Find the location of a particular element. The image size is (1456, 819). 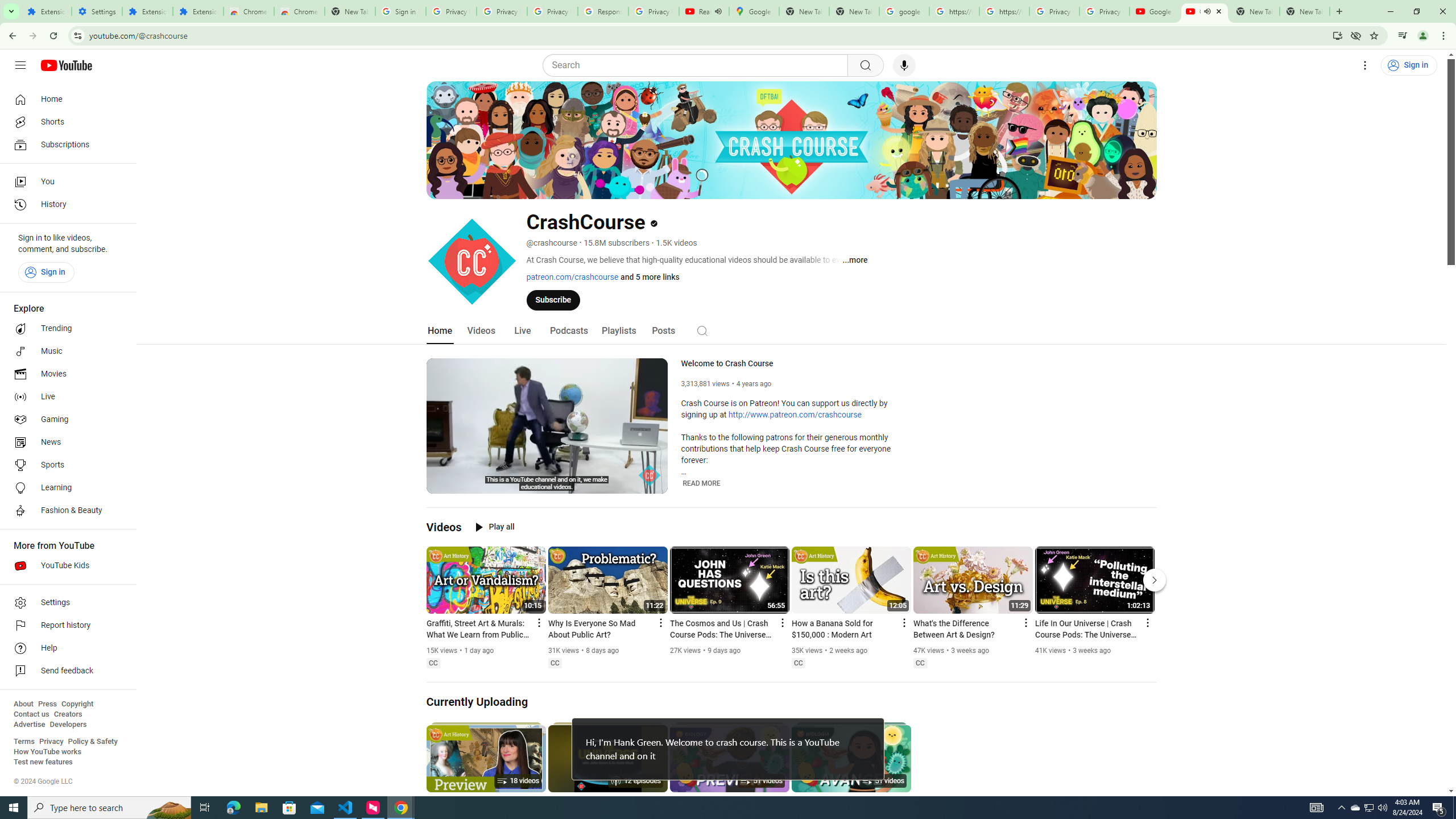

'http://www.patreon.com/crashcourse' is located at coordinates (795, 415).